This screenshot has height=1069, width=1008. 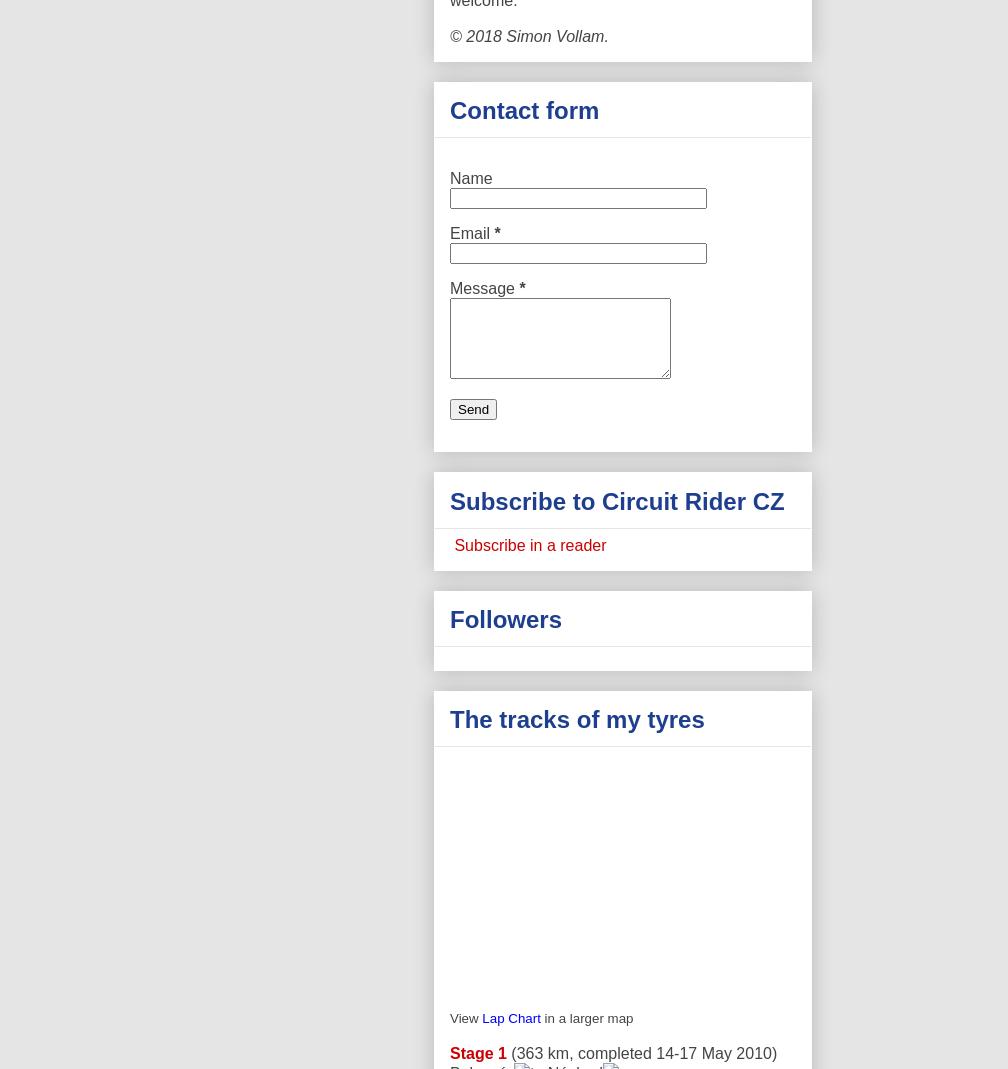 I want to click on '(363 km, completed 14-17 May 2010)', so click(x=506, y=1053).